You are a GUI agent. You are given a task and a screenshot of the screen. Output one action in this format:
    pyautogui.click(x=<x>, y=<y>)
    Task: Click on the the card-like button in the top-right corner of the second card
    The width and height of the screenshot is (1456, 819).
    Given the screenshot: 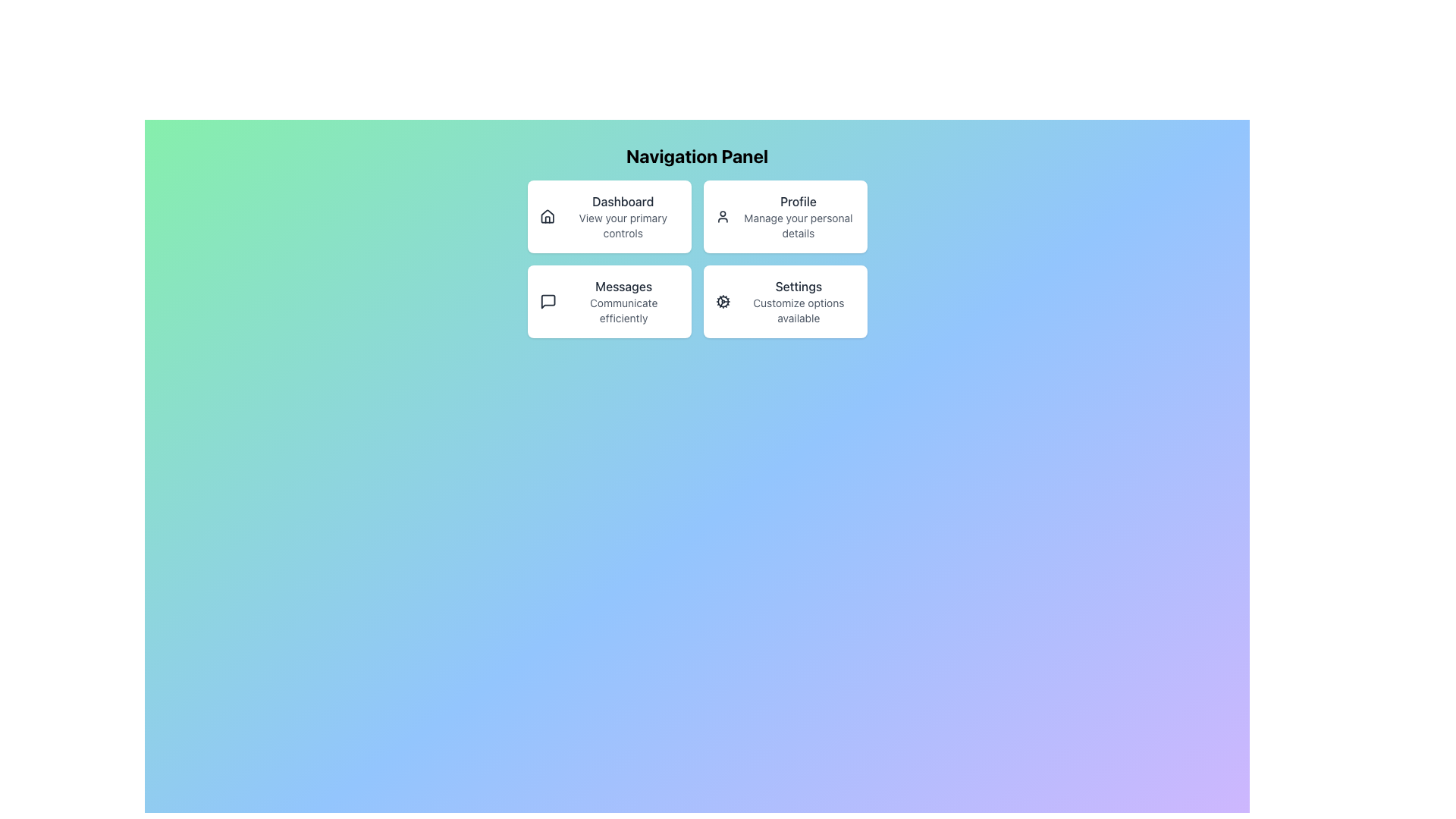 What is the action you would take?
    pyautogui.click(x=785, y=216)
    